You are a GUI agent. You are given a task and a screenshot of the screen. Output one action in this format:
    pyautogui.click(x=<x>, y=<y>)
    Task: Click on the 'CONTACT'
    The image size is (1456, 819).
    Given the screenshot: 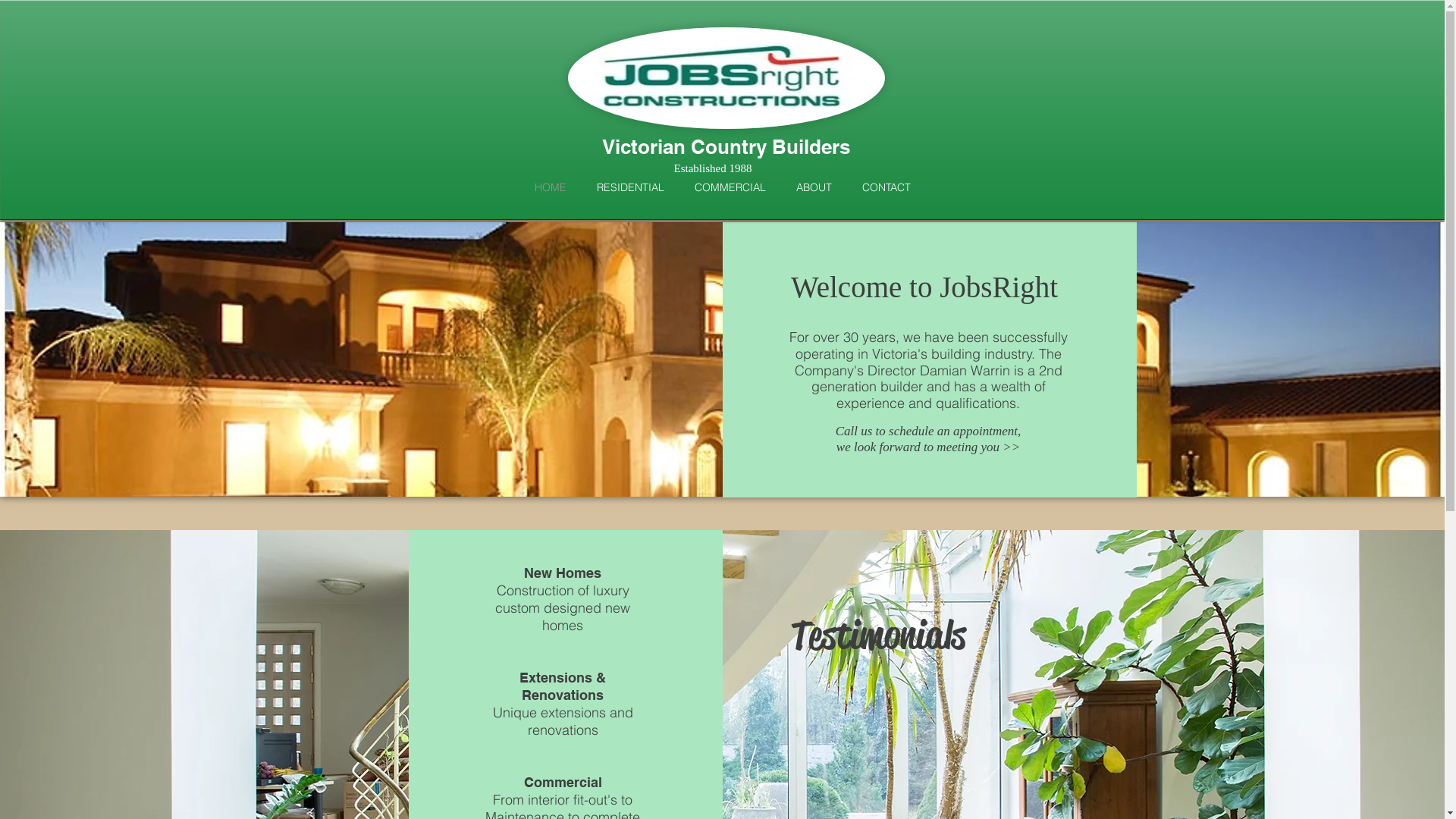 What is the action you would take?
    pyautogui.click(x=885, y=185)
    